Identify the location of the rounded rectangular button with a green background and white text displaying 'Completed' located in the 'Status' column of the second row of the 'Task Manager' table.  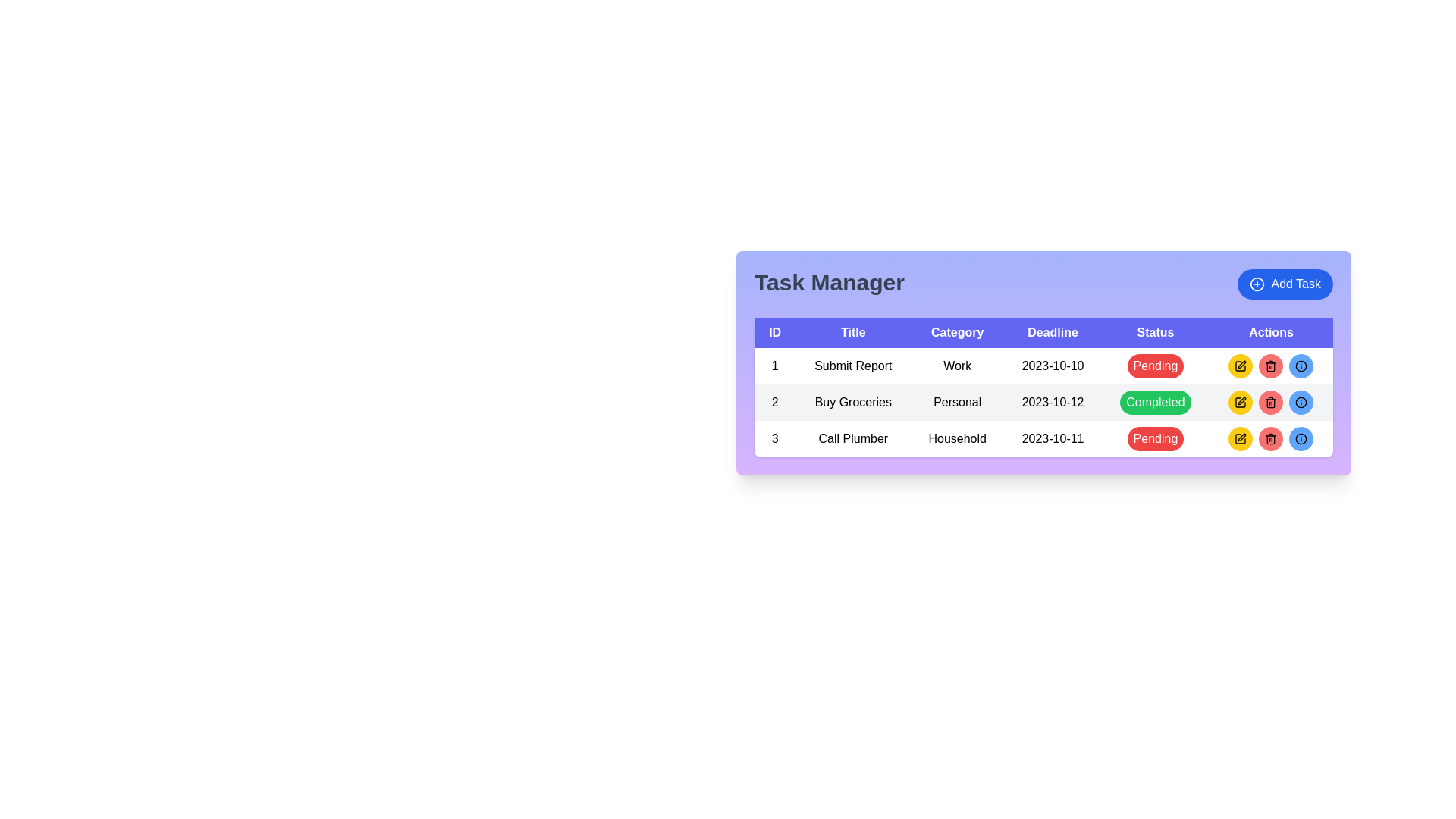
(1154, 402).